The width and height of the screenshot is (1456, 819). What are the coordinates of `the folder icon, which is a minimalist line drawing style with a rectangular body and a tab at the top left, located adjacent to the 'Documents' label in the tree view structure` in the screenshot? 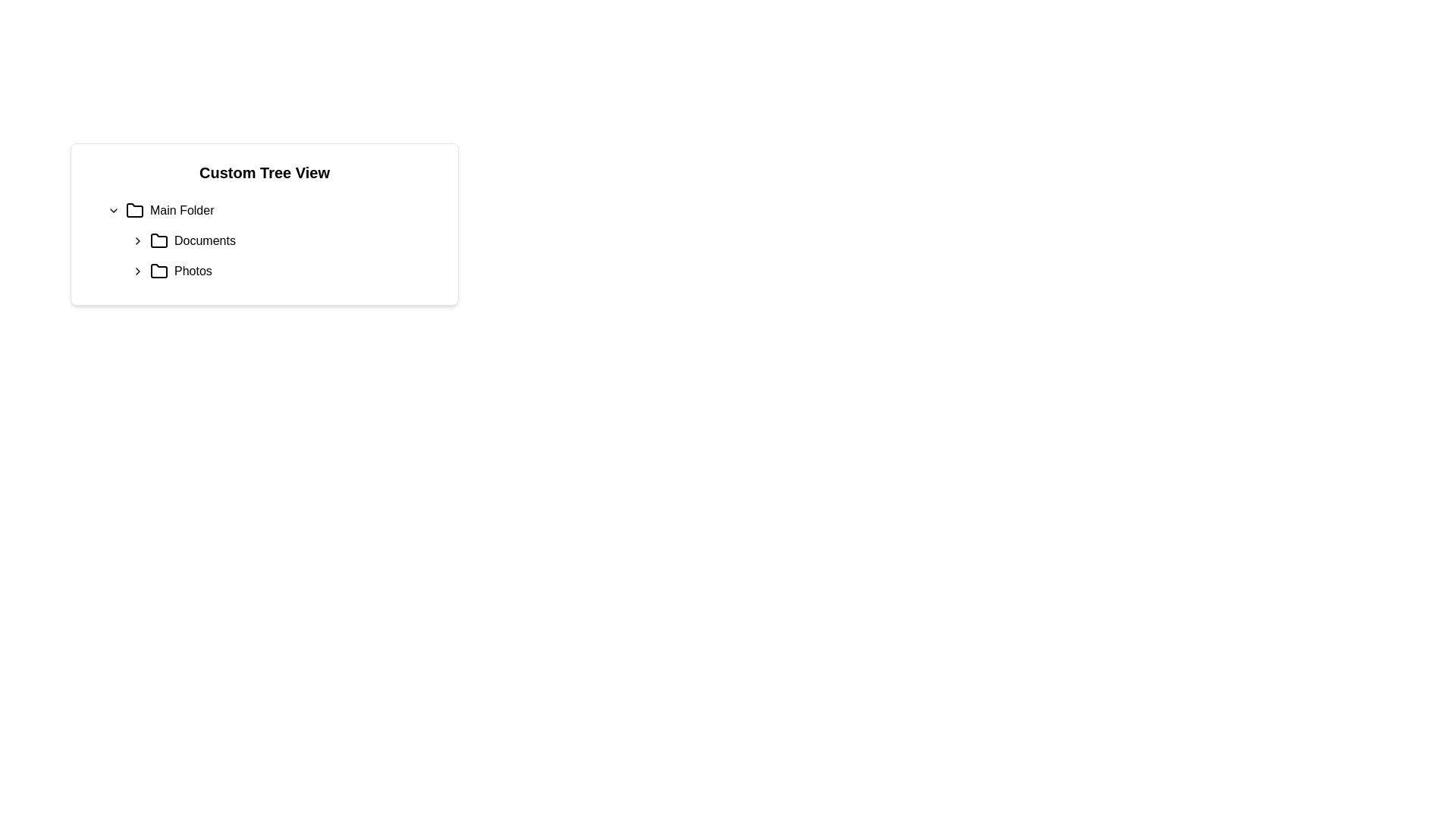 It's located at (159, 240).